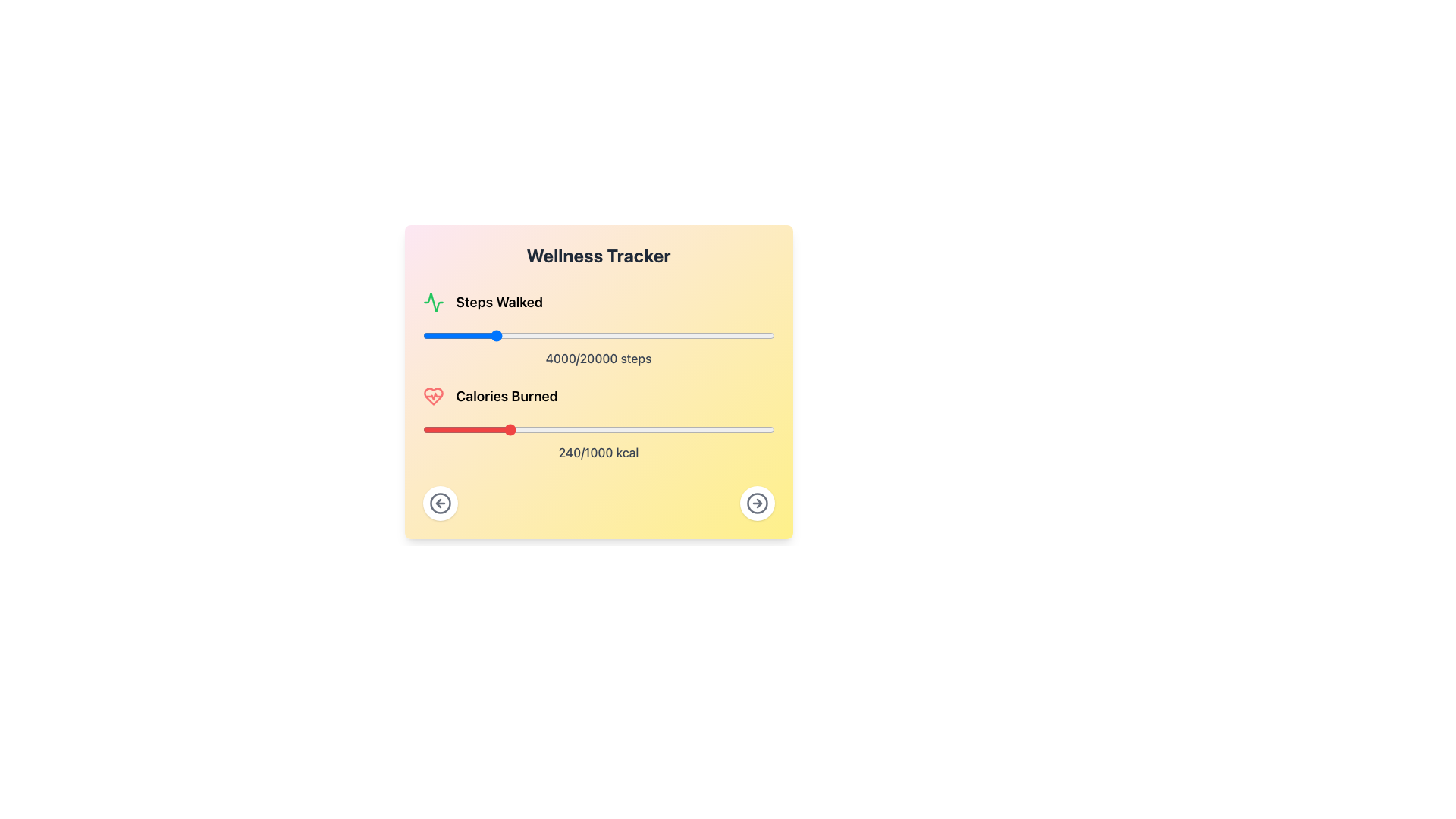 This screenshot has height=819, width=1456. Describe the element at coordinates (556, 335) in the screenshot. I see `the 'Steps Walked' slider` at that location.